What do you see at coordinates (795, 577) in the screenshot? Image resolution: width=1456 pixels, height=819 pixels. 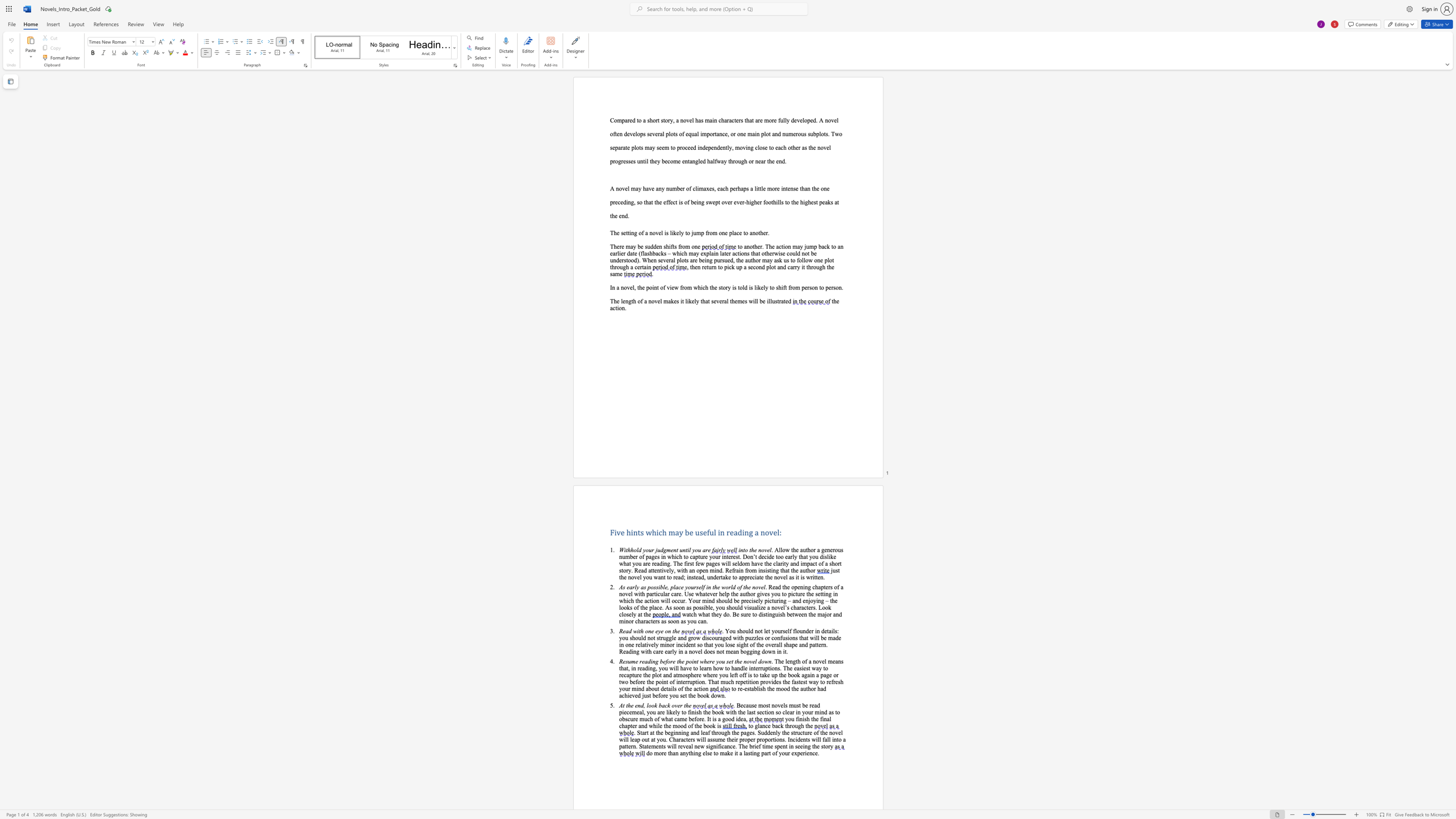 I see `the subset text "it i" within the text "just the novel you want to read; instead, undertake to appreciate the novel as it is written."` at bounding box center [795, 577].